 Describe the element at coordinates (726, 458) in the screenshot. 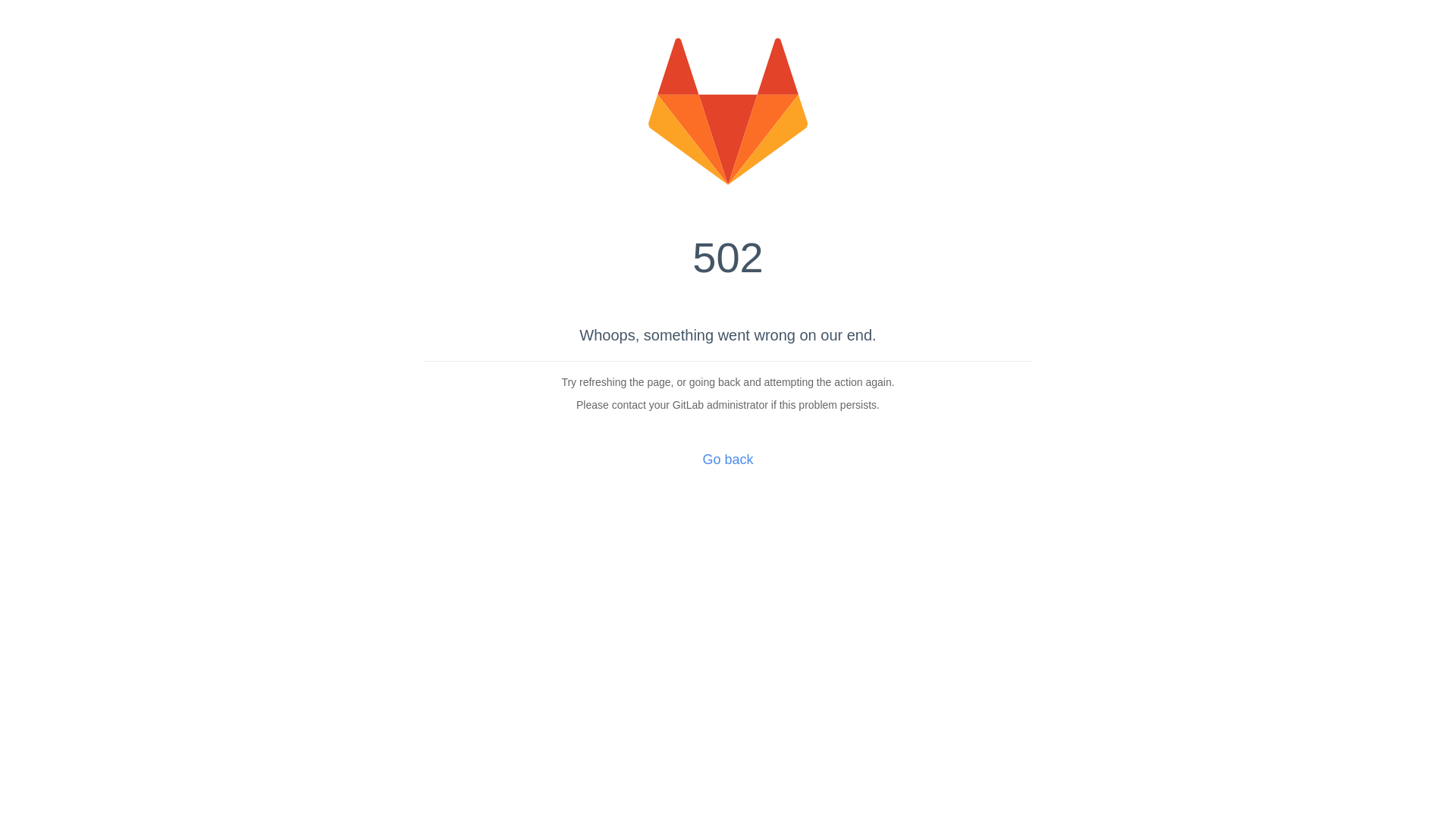

I see `'Go back'` at that location.